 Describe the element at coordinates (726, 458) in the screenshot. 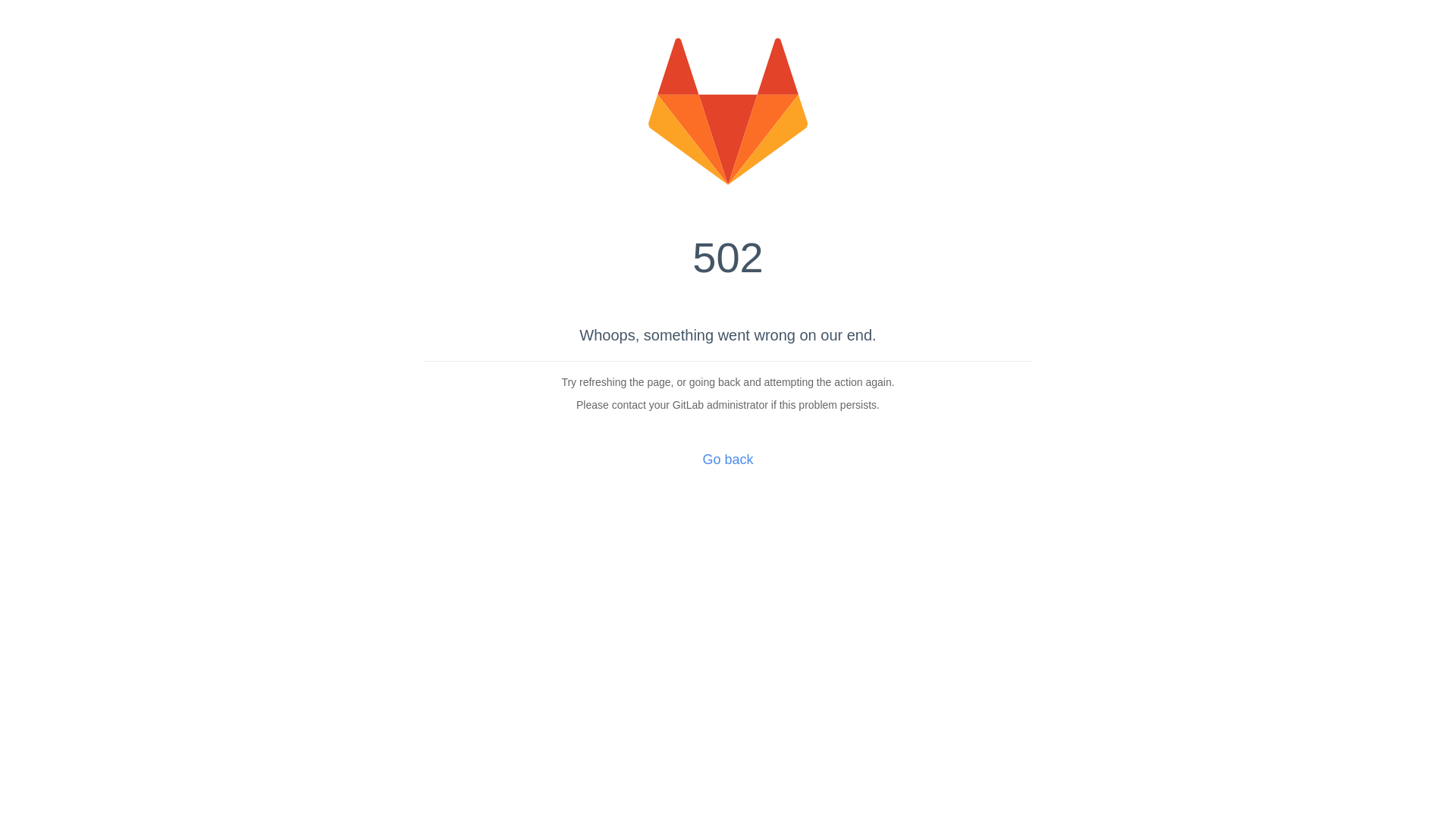

I see `'Go back'` at that location.